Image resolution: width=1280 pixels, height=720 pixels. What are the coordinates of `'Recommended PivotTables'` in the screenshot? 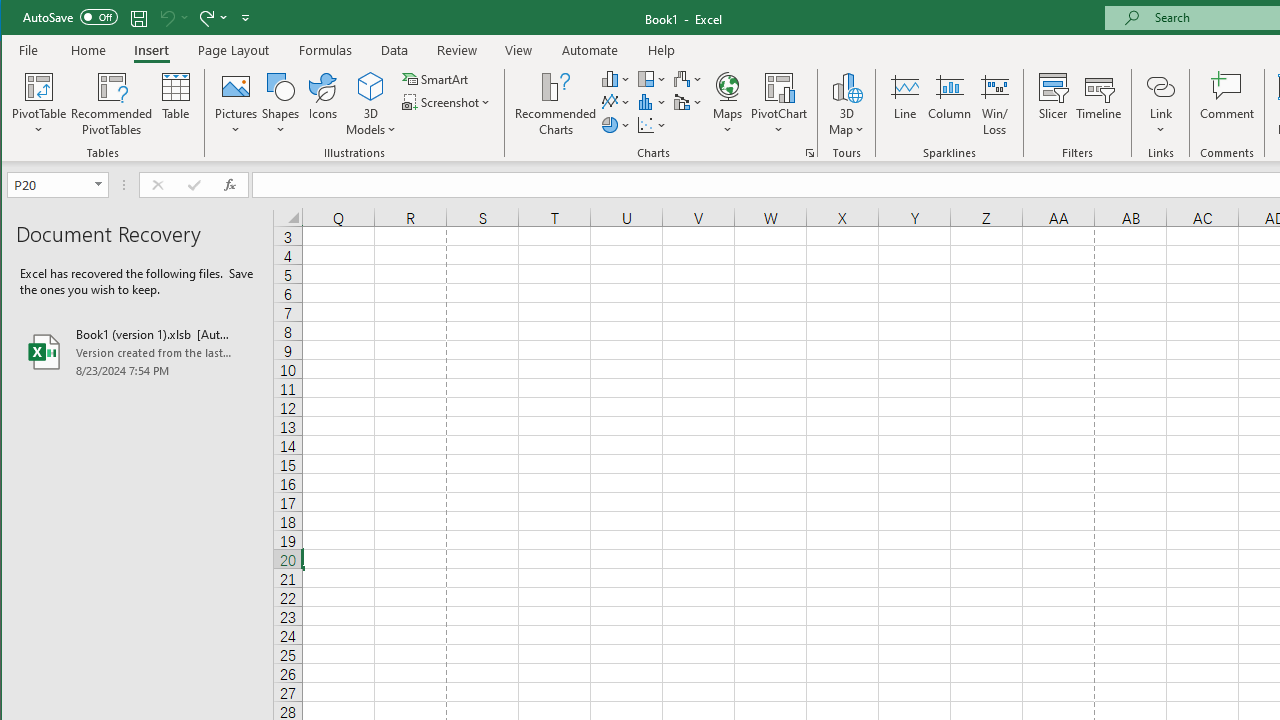 It's located at (111, 104).